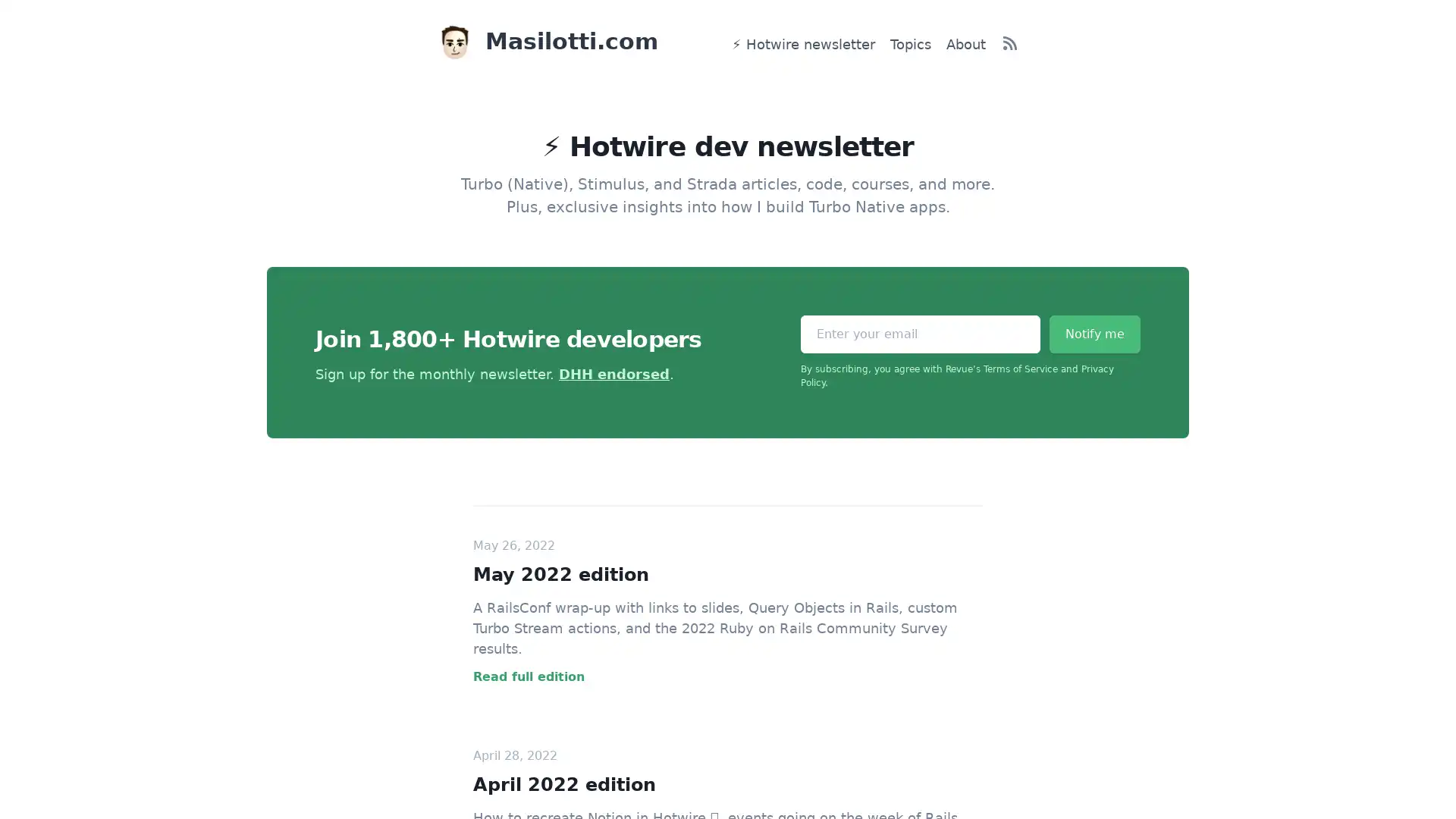  I want to click on Notify me, so click(1095, 333).